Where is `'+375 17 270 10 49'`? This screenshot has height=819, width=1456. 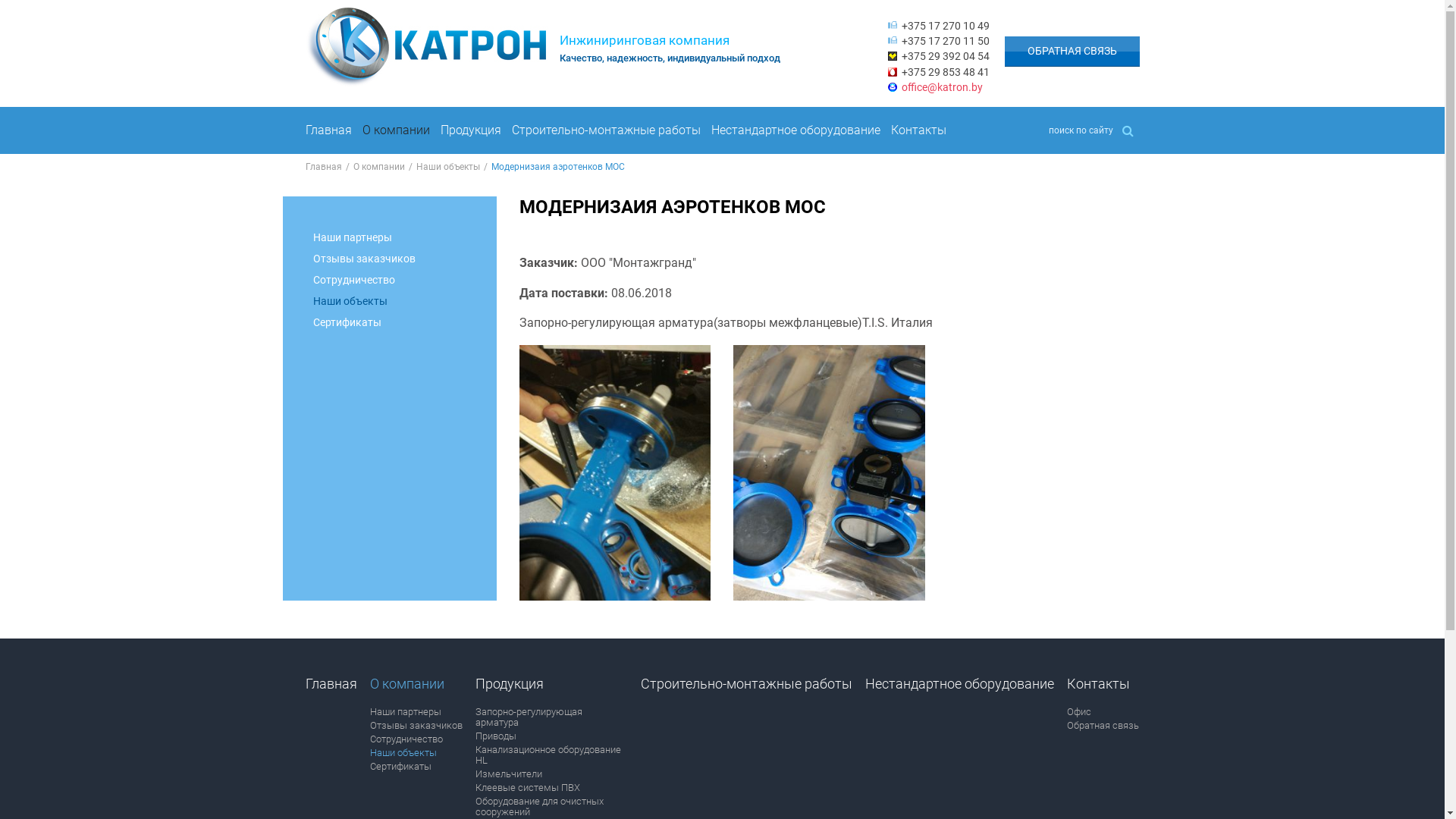 '+375 17 270 10 49' is located at coordinates (944, 26).